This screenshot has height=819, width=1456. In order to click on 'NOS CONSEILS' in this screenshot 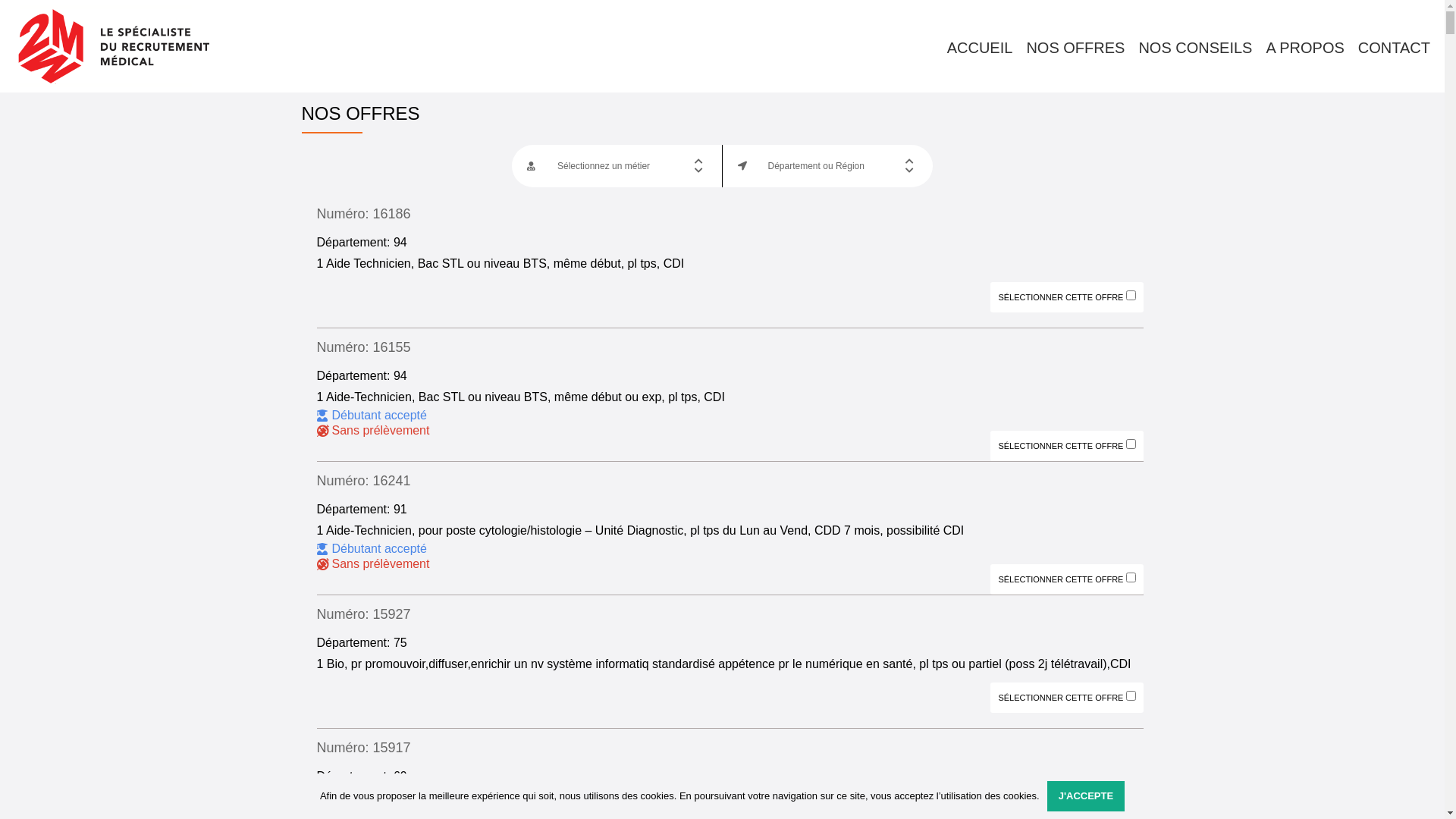, I will do `click(1194, 46)`.